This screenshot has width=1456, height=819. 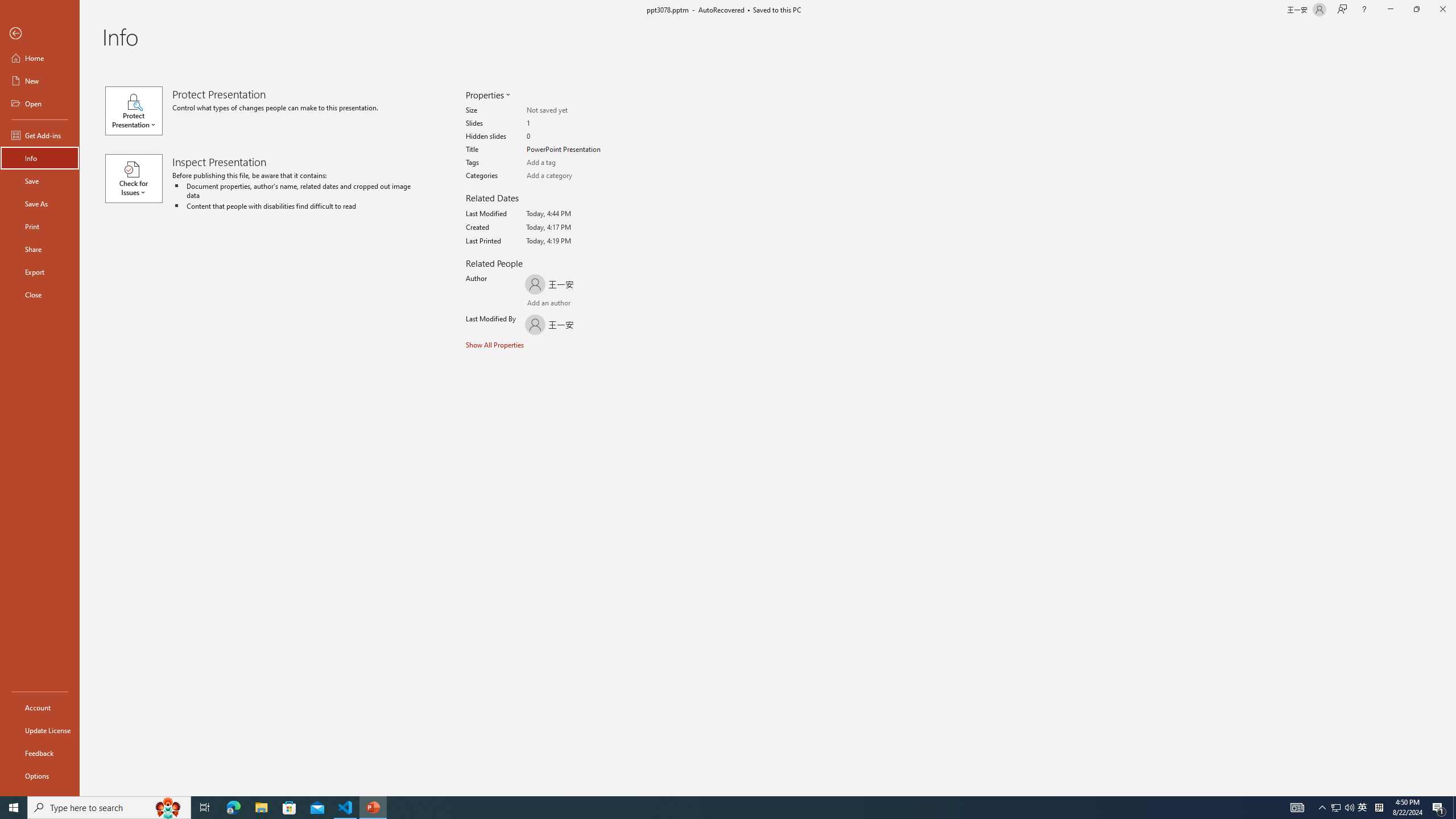 I want to click on 'Print', so click(x=39, y=226).